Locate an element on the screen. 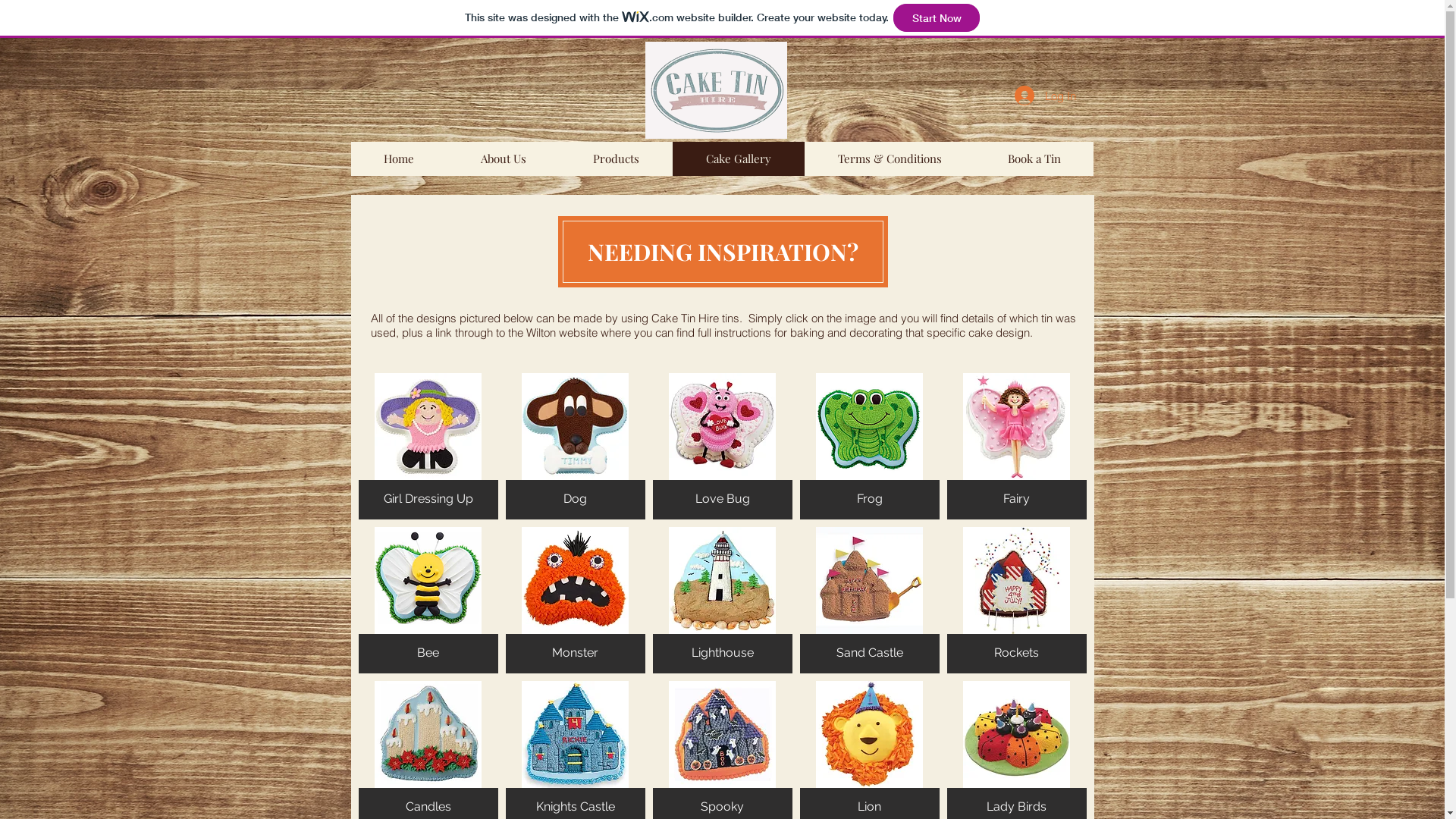 This screenshot has width=1456, height=819. 'About Us' is located at coordinates (503, 158).